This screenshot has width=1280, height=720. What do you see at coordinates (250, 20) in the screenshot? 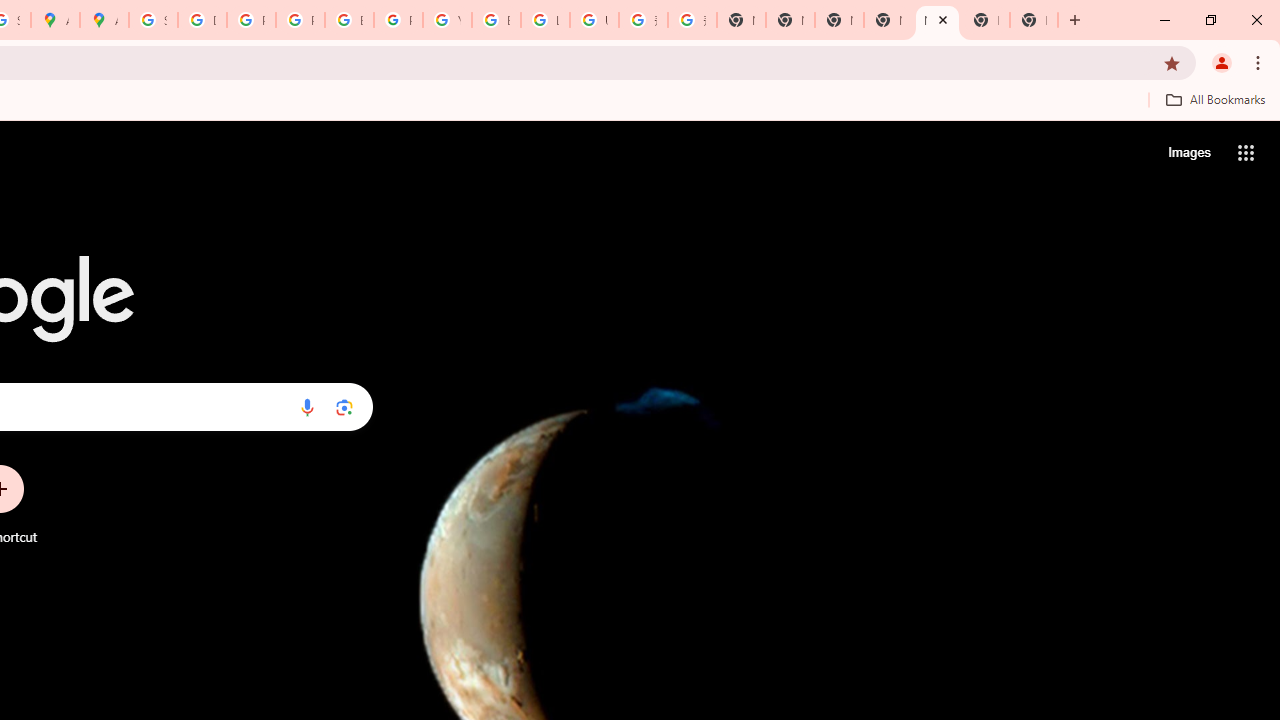
I see `'Privacy Help Center - Policies Help'` at bounding box center [250, 20].